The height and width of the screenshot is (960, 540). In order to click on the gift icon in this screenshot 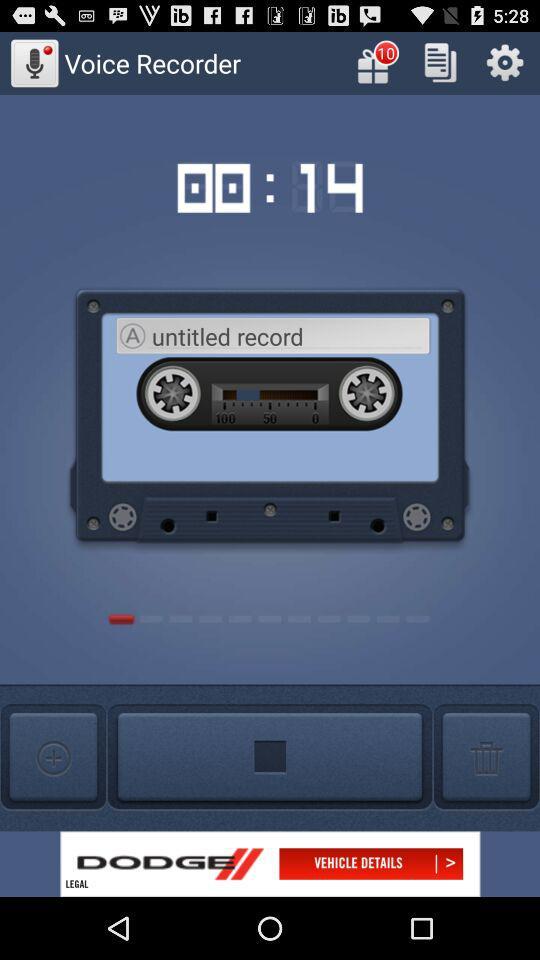, I will do `click(376, 67)`.